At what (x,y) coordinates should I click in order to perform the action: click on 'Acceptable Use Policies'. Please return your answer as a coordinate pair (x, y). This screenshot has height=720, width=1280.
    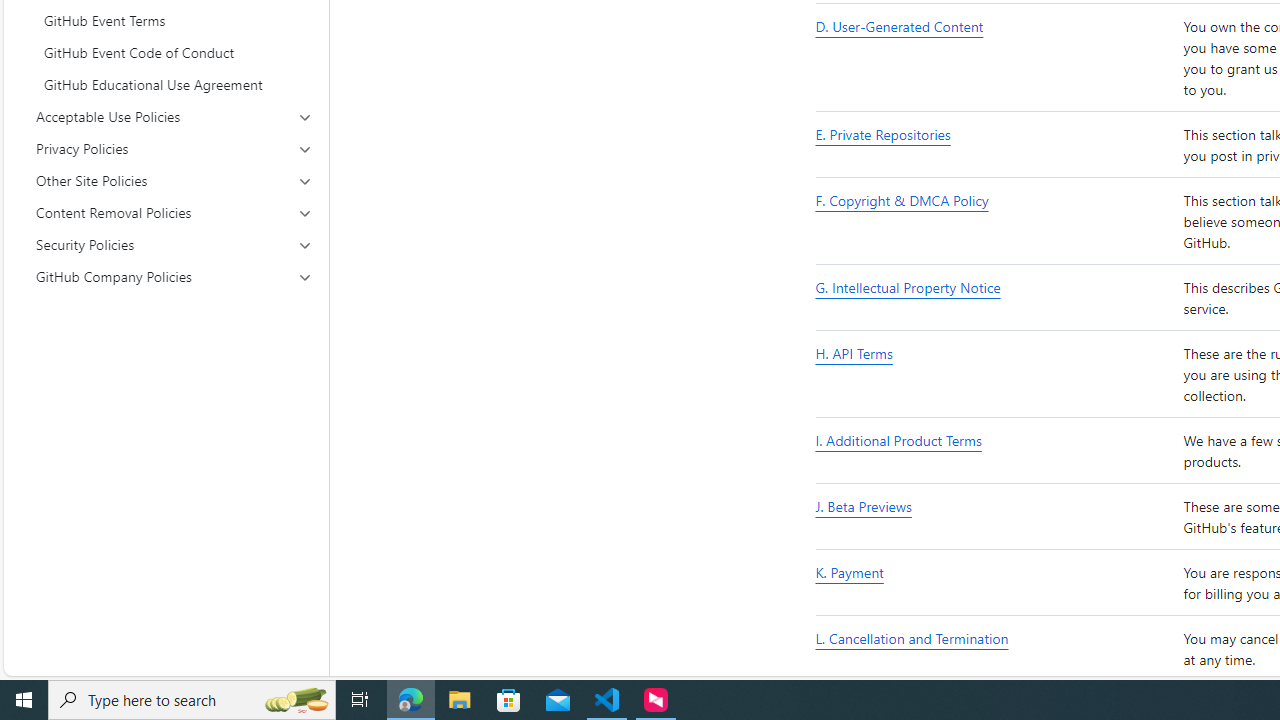
    Looking at the image, I should click on (174, 117).